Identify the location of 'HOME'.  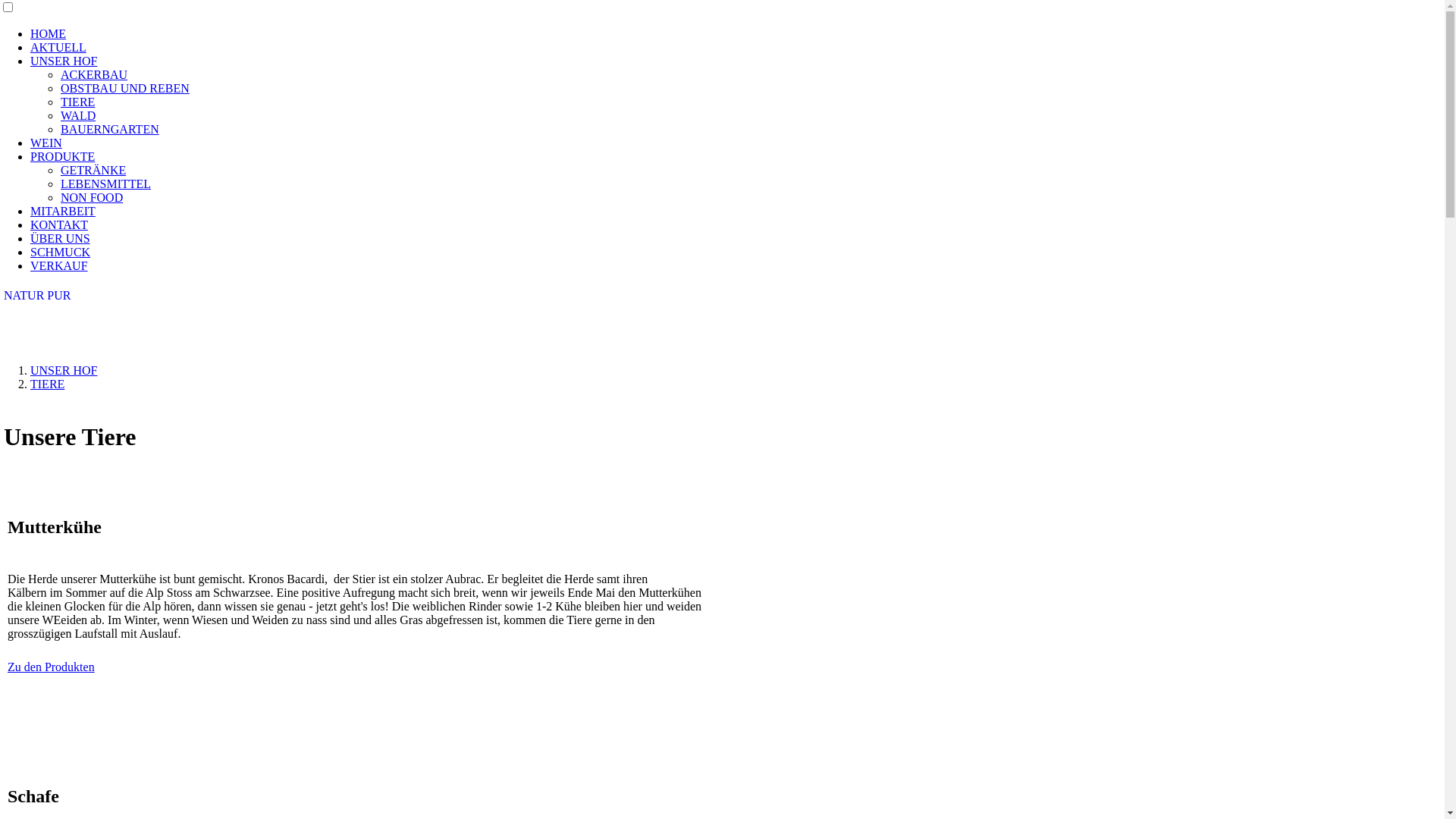
(48, 33).